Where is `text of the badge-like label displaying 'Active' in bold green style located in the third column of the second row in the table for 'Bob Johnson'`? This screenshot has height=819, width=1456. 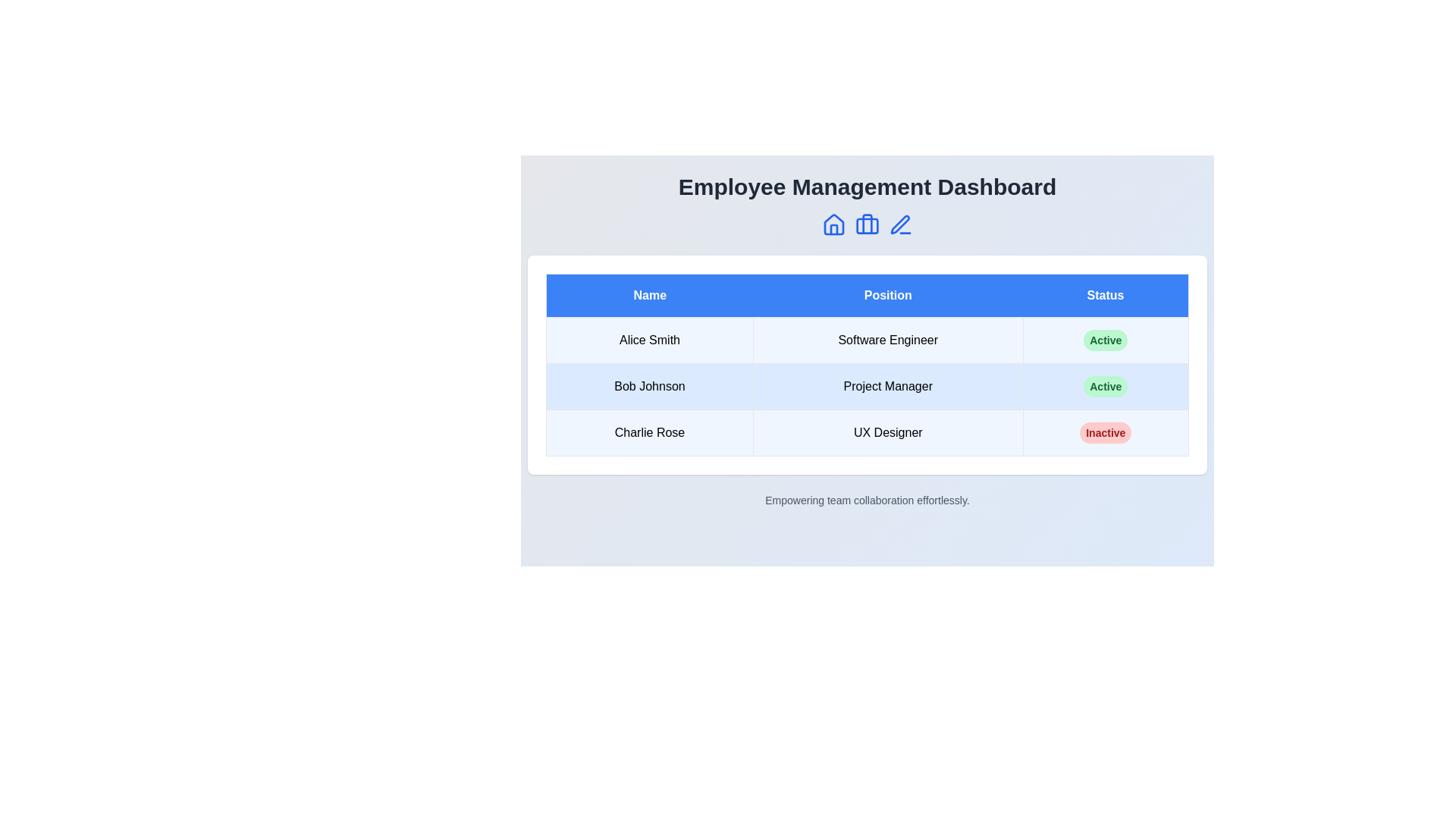
text of the badge-like label displaying 'Active' in bold green style located in the third column of the second row in the table for 'Bob Johnson' is located at coordinates (1106, 385).